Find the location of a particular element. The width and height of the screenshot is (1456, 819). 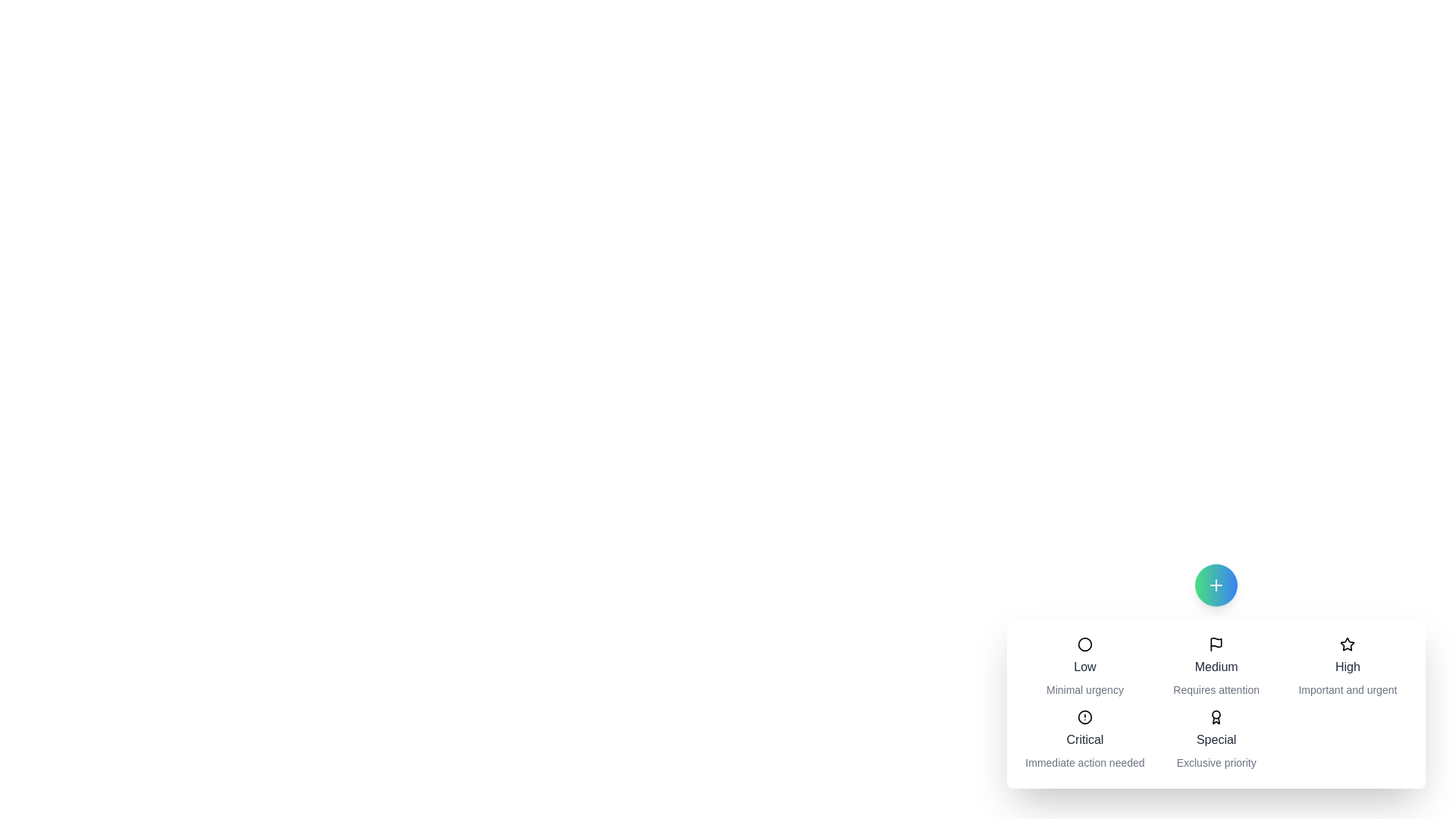

the priority option Medium from the menu is located at coordinates (1216, 666).